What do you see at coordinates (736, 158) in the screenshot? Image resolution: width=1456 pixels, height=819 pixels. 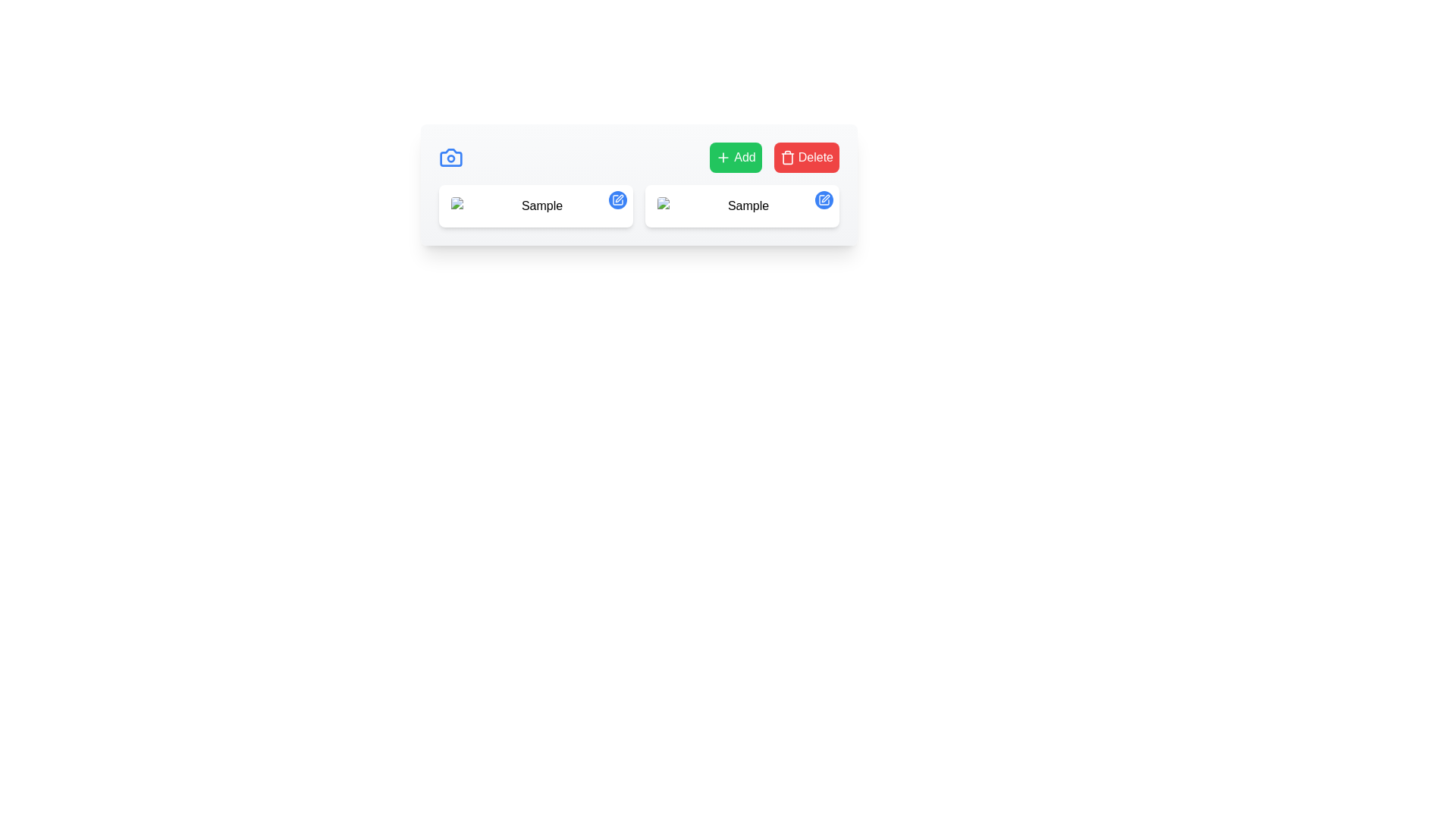 I see `the 'Add' button, which is a rectangular button with rounded corners, a green background, and white text reading 'Add'` at bounding box center [736, 158].